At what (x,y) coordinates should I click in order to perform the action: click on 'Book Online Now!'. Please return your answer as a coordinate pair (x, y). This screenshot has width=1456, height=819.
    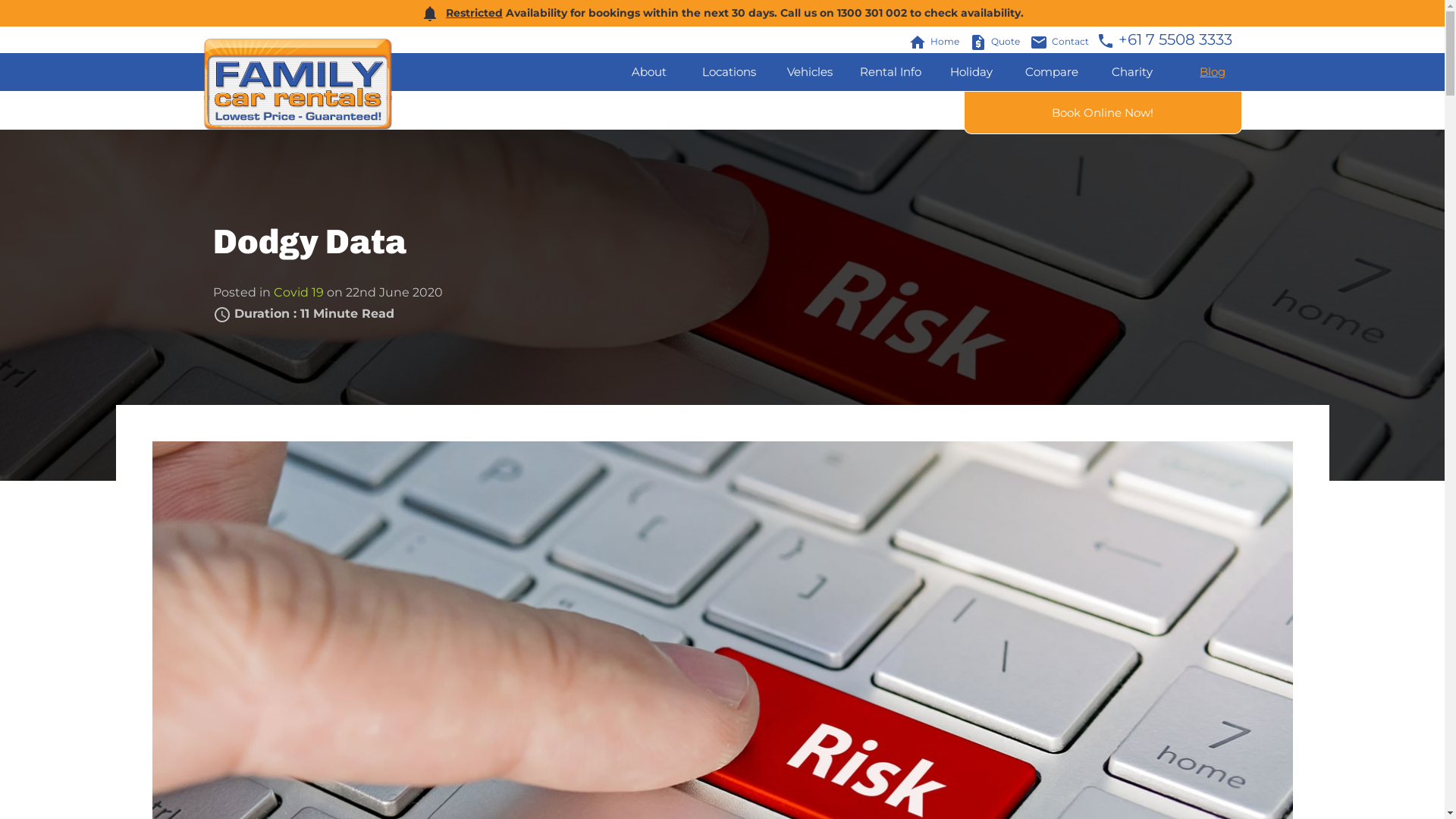
    Looking at the image, I should click on (1103, 111).